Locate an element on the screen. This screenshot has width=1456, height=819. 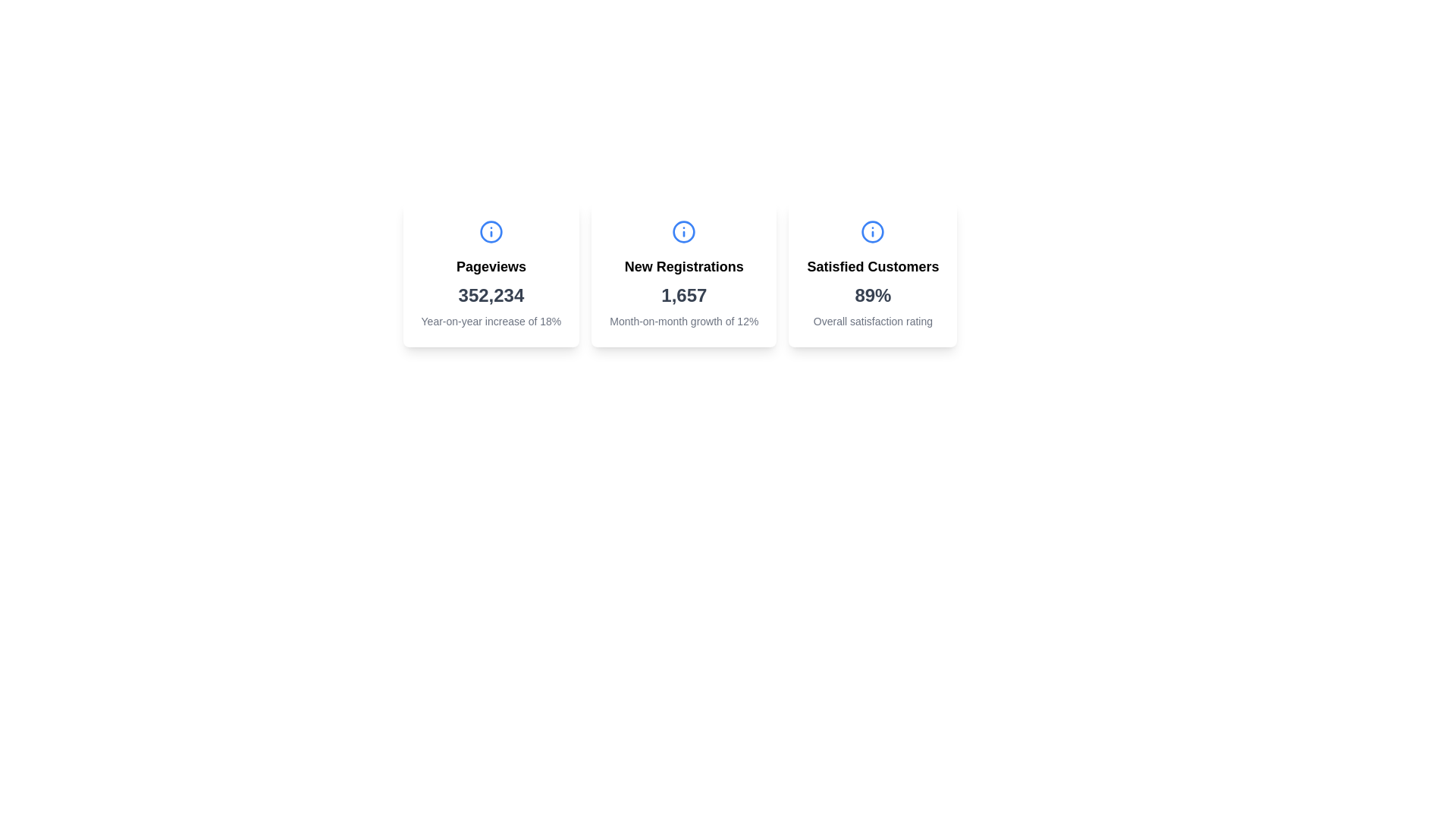
the Informational Card that displays satisfaction ratings, located as the third card in a horizontal row of three cards is located at coordinates (873, 275).